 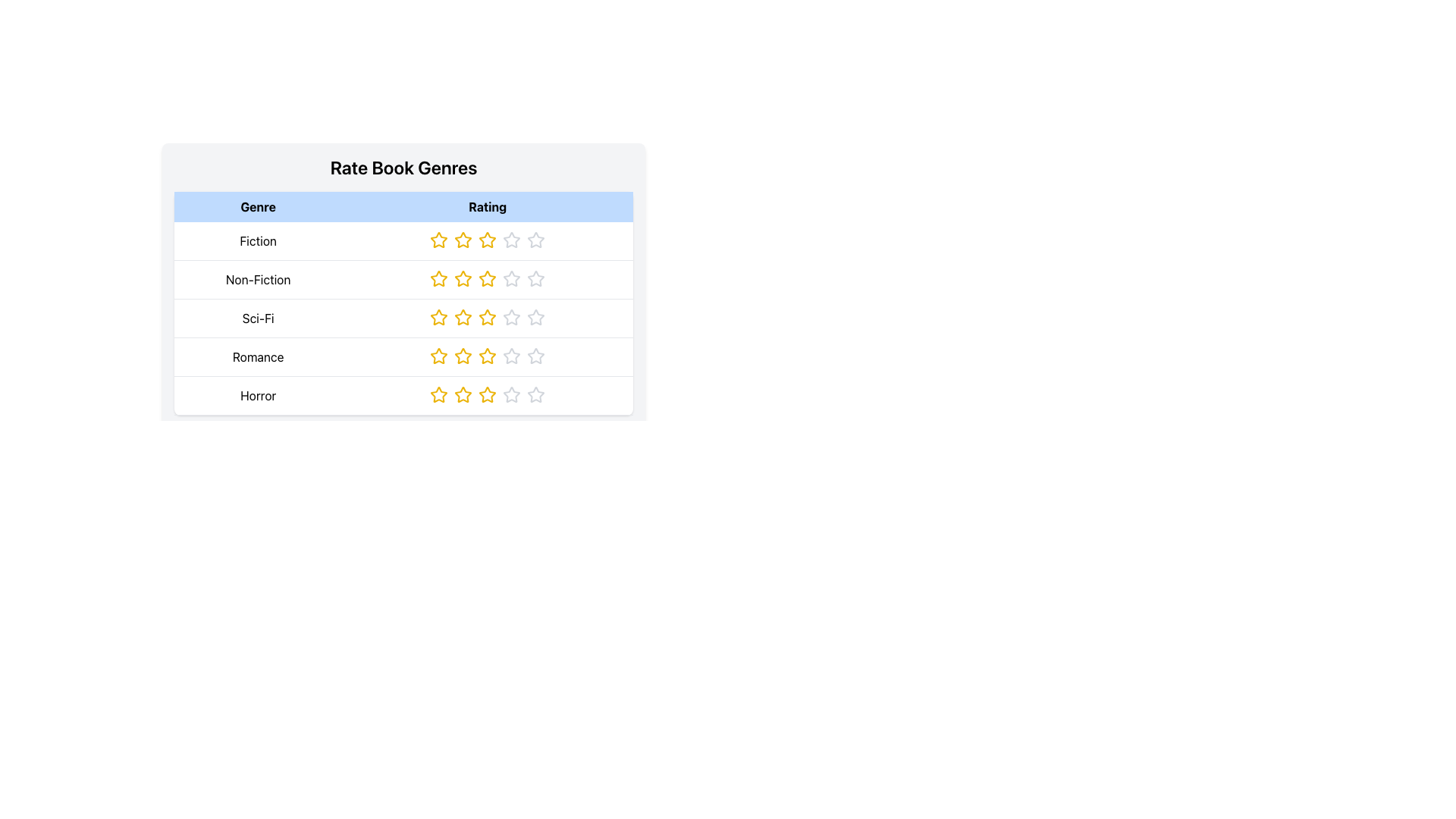 What do you see at coordinates (536, 239) in the screenshot?
I see `the fourth star in the rating system for the 'Fiction' genre` at bounding box center [536, 239].